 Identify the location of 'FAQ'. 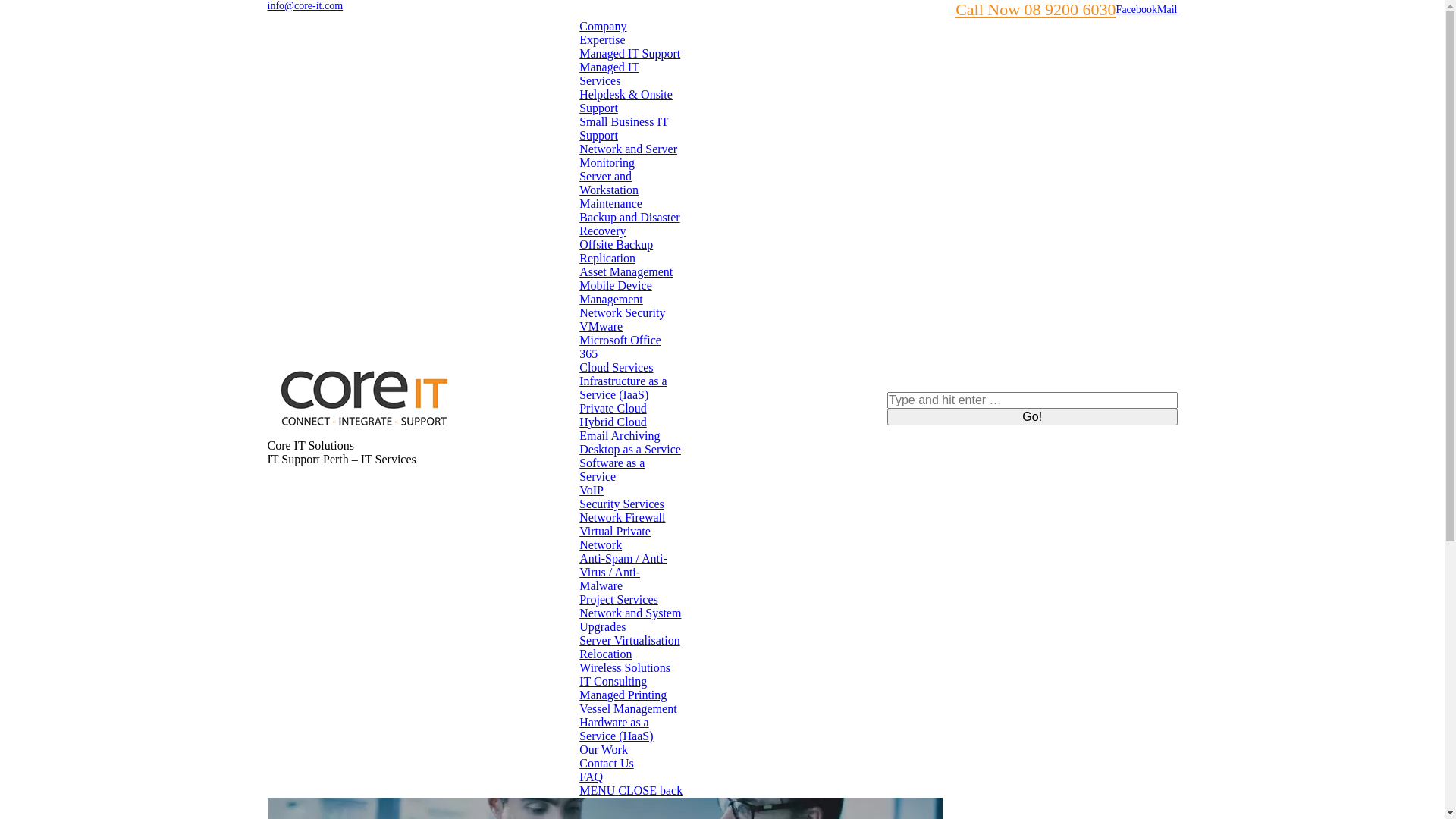
(590, 777).